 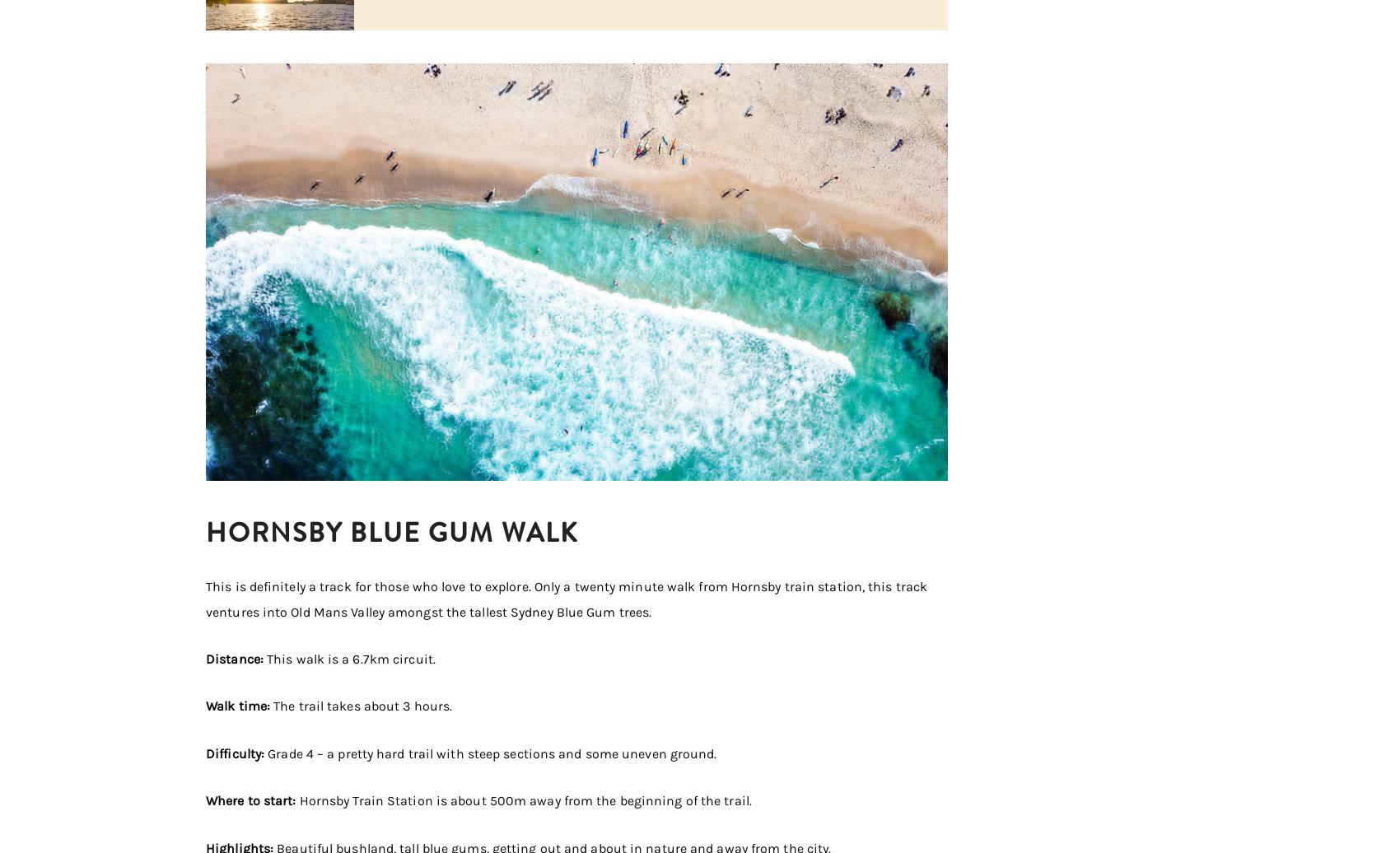 What do you see at coordinates (489, 753) in the screenshot?
I see `'Grade 4 – a pretty hard trail with steep sections and some uneven ground.'` at bounding box center [489, 753].